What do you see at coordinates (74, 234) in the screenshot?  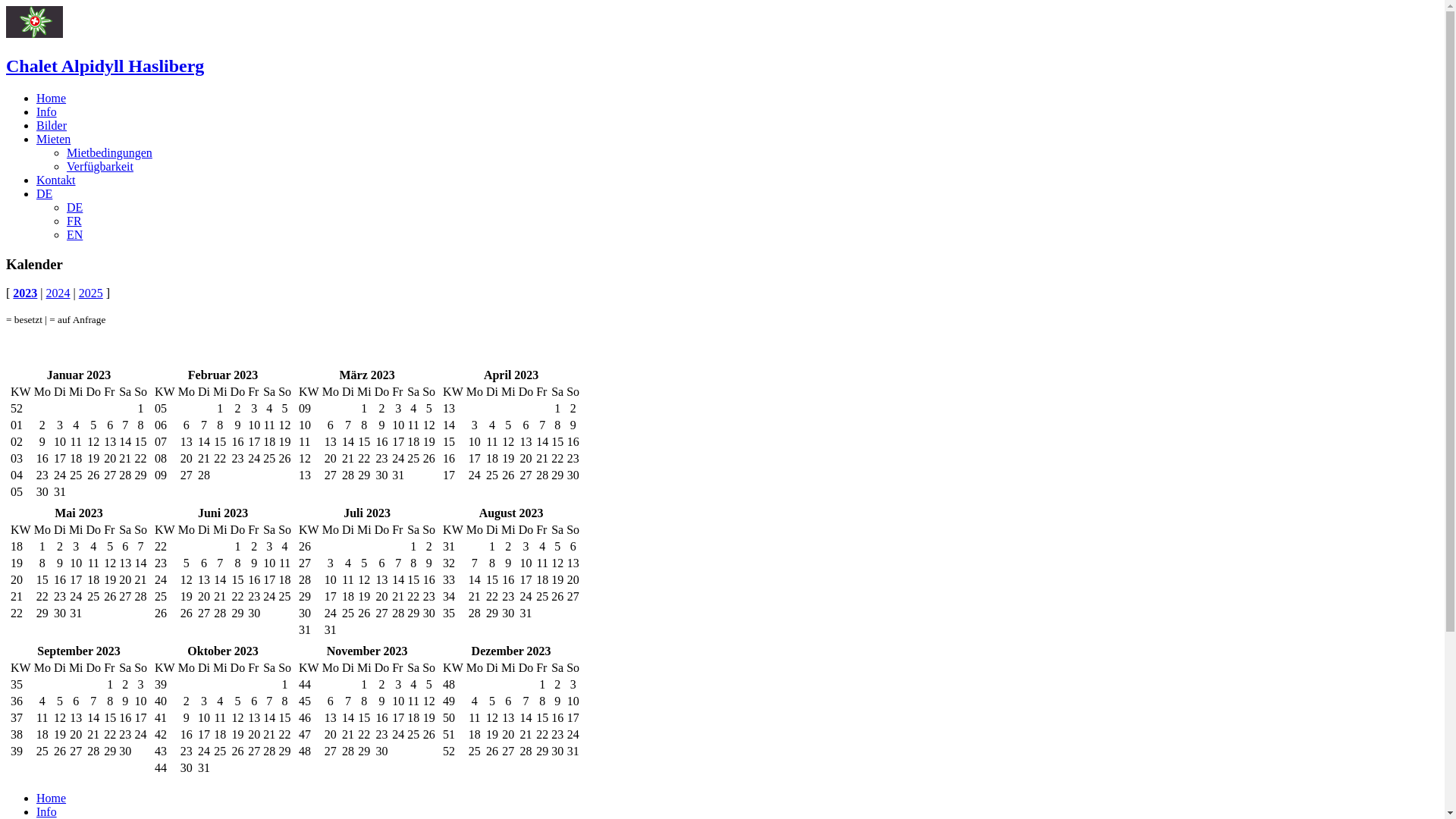 I see `'EN'` at bounding box center [74, 234].